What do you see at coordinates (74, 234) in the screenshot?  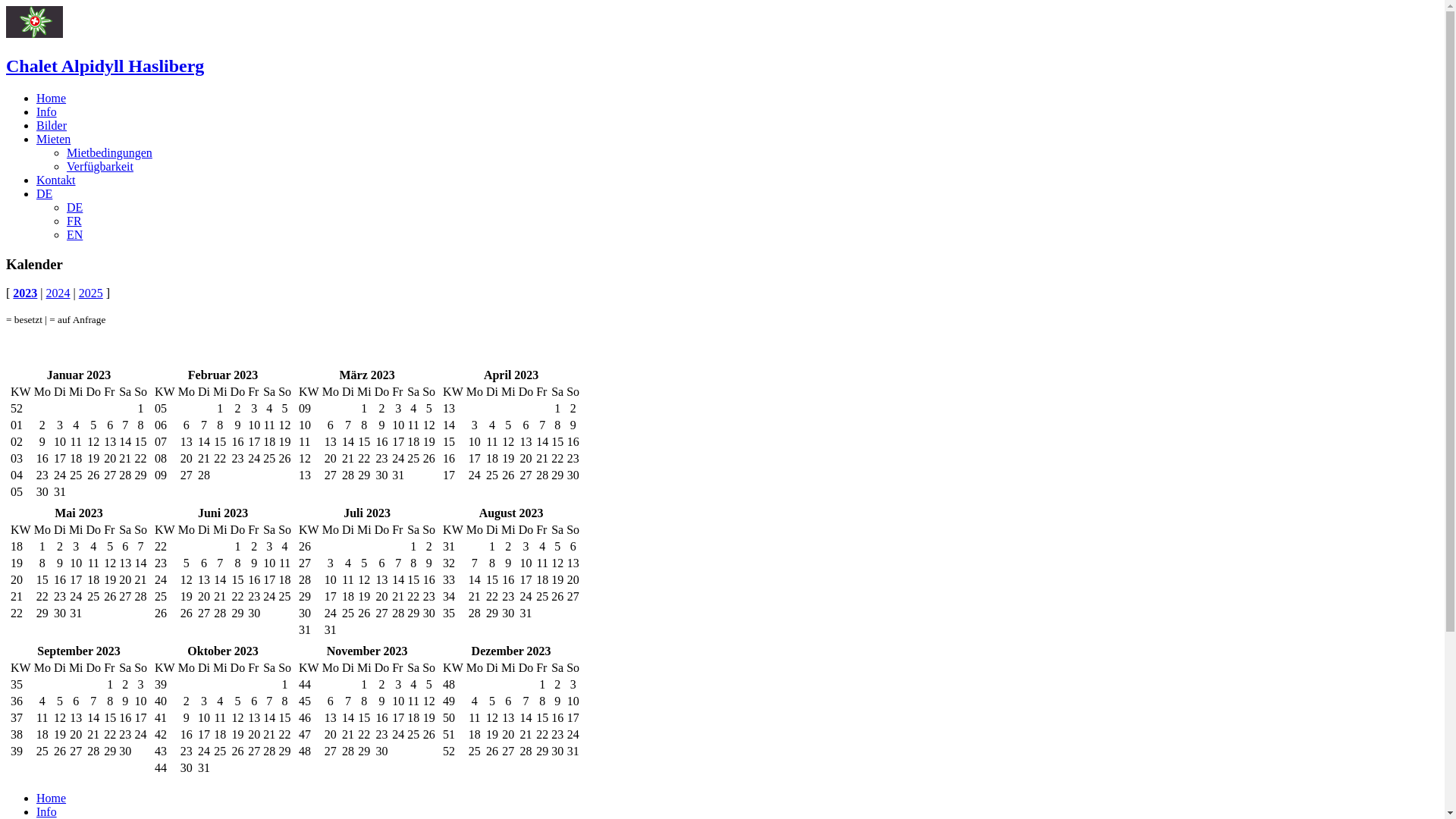 I see `'EN'` at bounding box center [74, 234].